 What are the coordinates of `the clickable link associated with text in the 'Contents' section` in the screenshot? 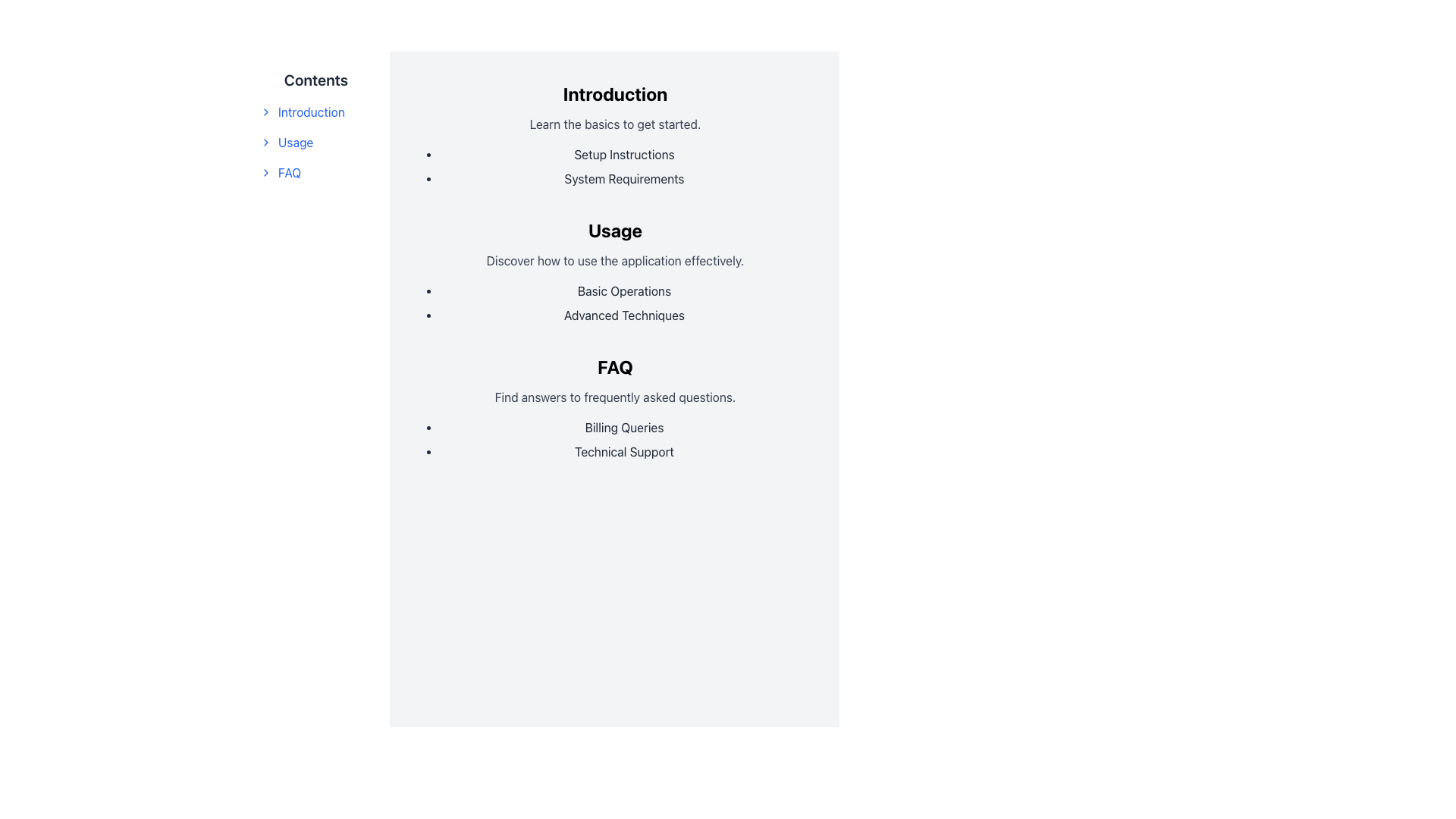 It's located at (315, 111).